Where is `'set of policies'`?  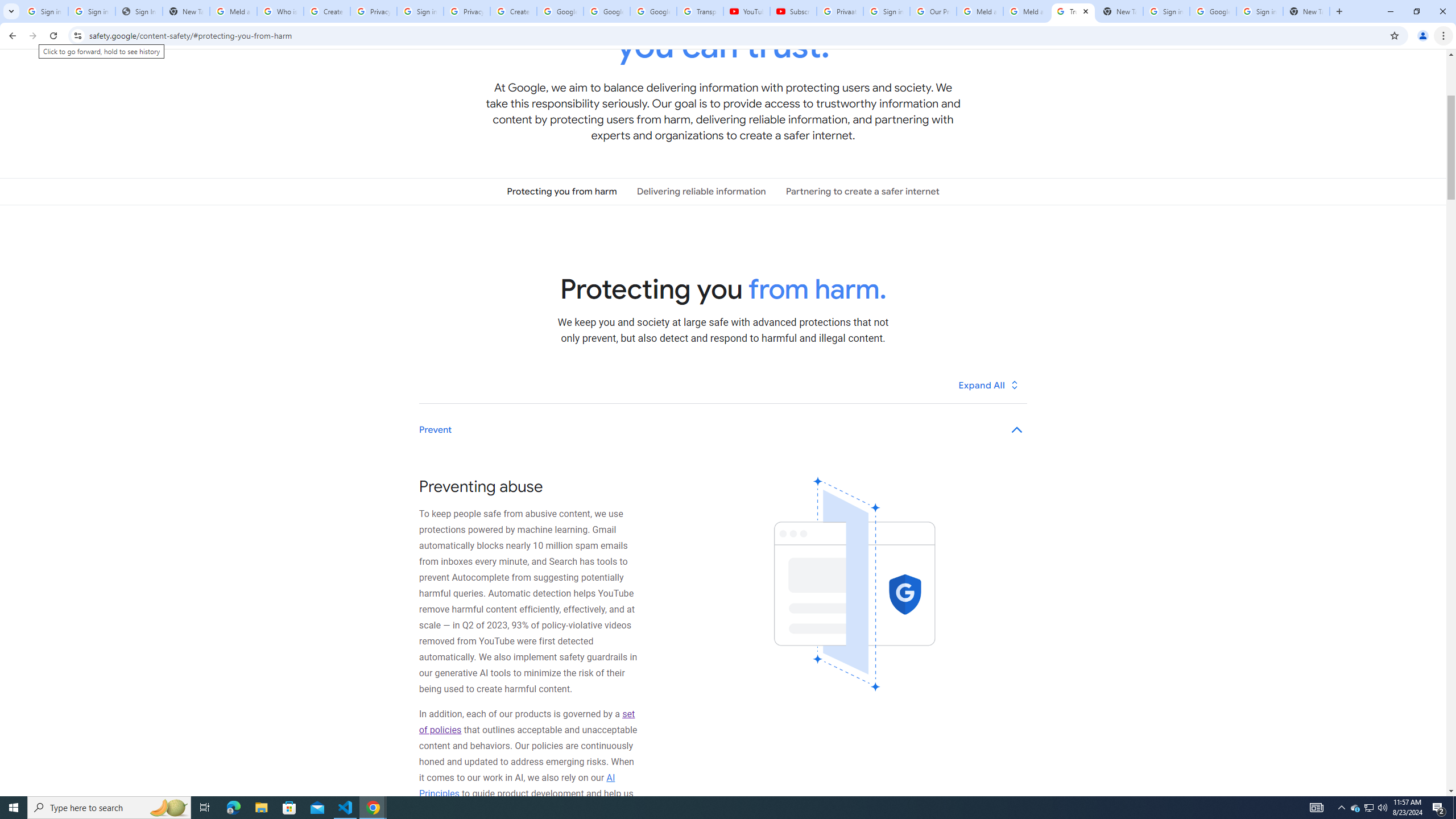 'set of policies' is located at coordinates (526, 721).